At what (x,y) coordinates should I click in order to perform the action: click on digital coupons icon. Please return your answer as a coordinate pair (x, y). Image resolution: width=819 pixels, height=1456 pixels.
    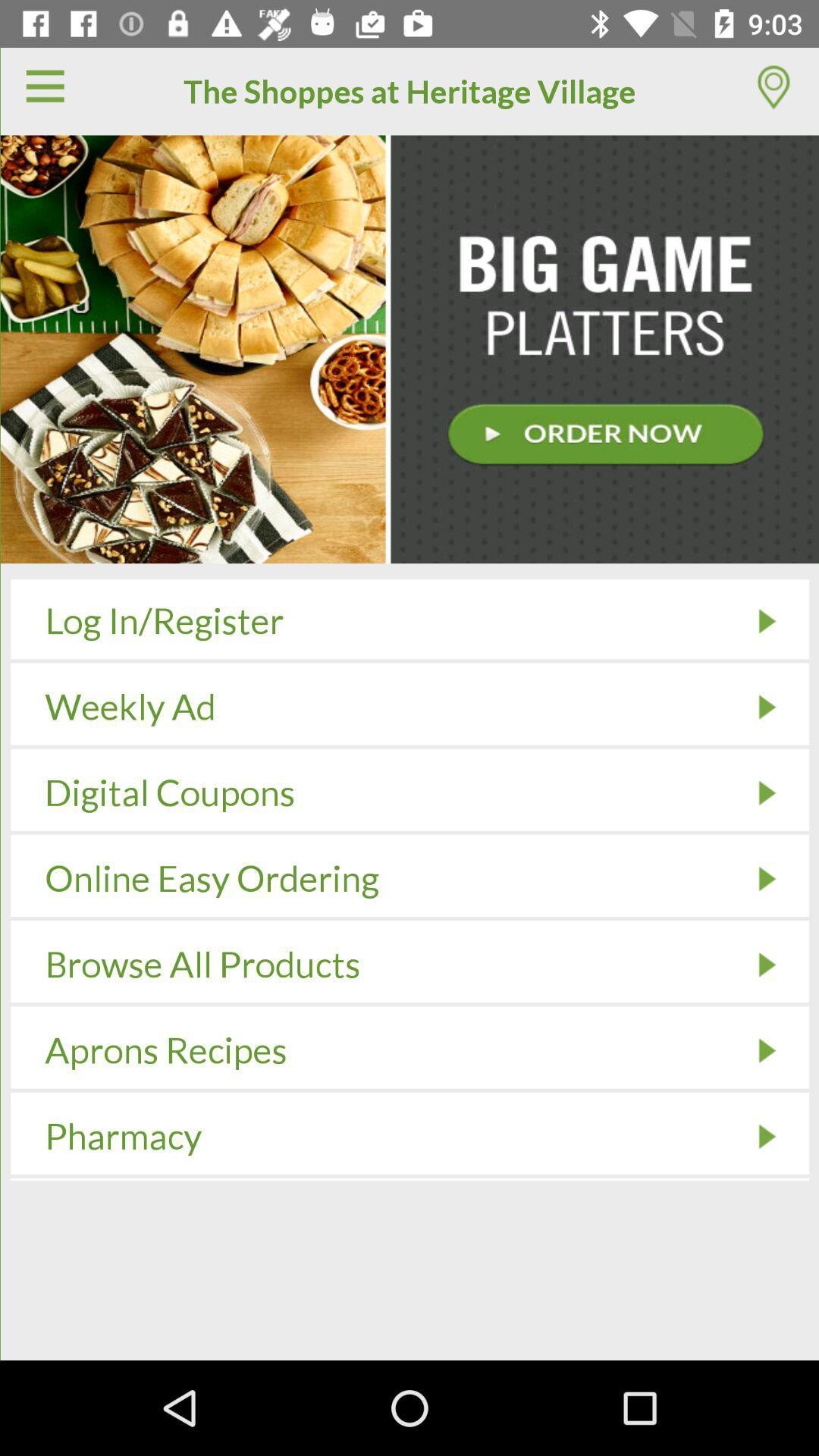
    Looking at the image, I should click on (767, 792).